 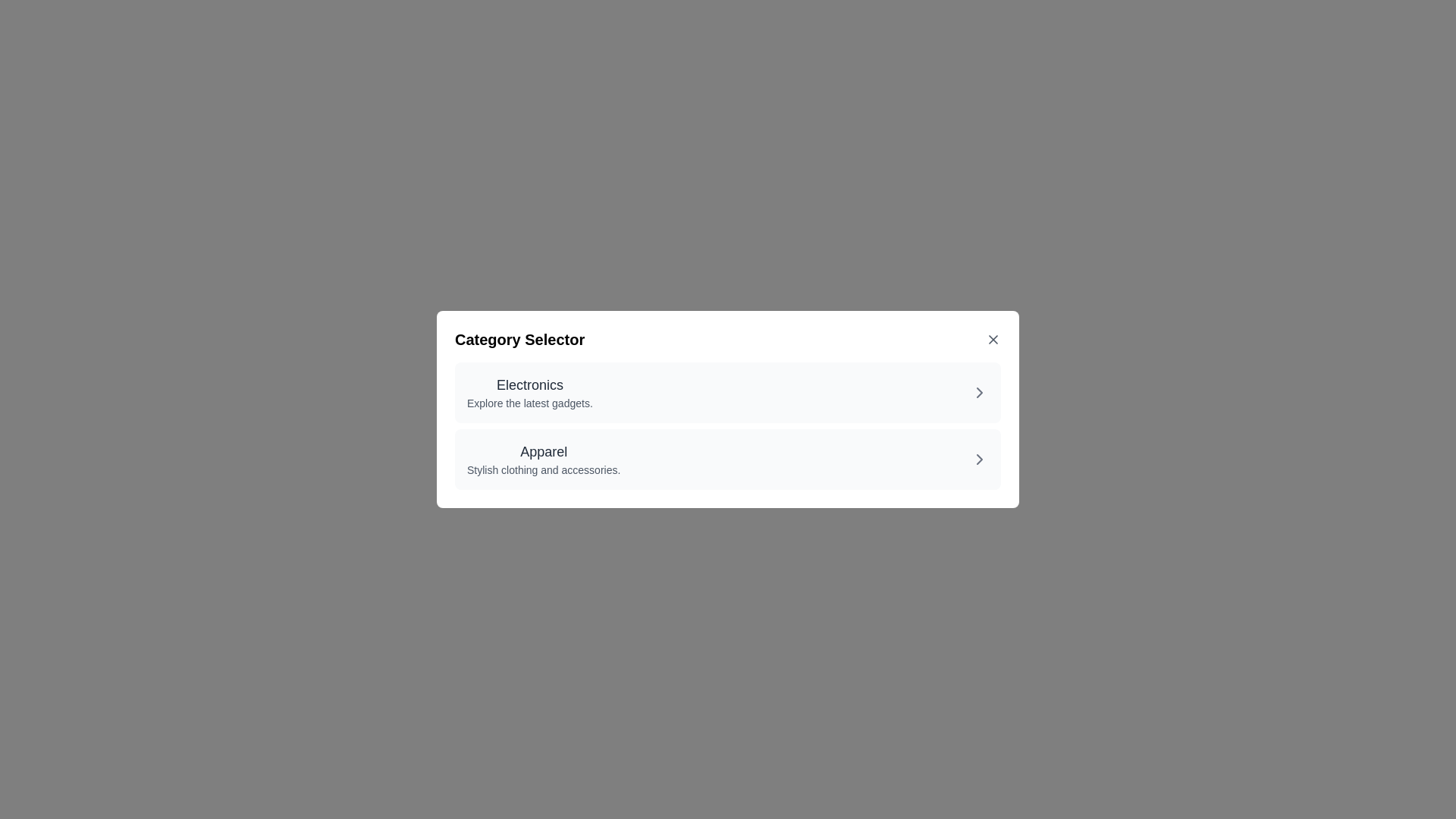 I want to click on the text label indicating the category 'Apparel', which is the first line of text in the 'Category Selector' section, so click(x=544, y=451).